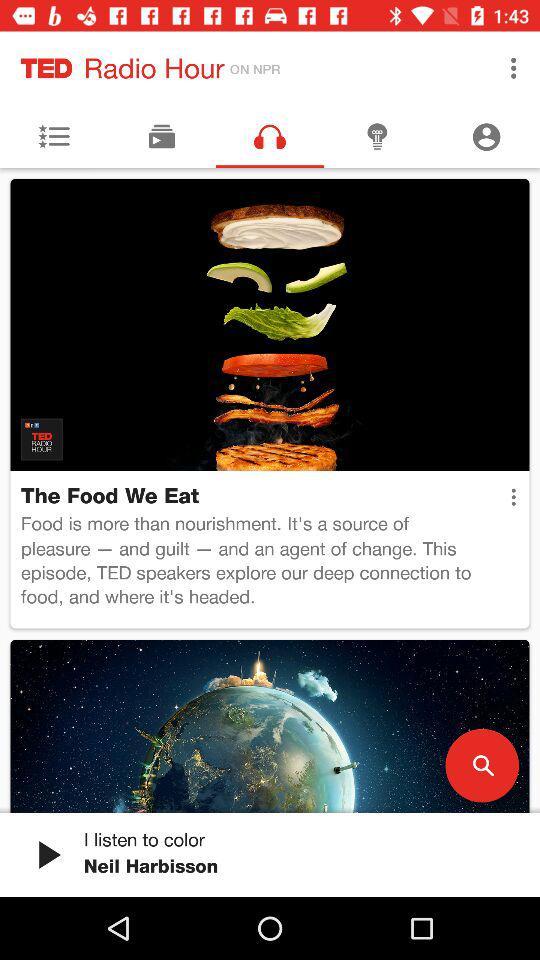 The height and width of the screenshot is (960, 540). Describe the element at coordinates (513, 496) in the screenshot. I see `the icon next to food is more` at that location.